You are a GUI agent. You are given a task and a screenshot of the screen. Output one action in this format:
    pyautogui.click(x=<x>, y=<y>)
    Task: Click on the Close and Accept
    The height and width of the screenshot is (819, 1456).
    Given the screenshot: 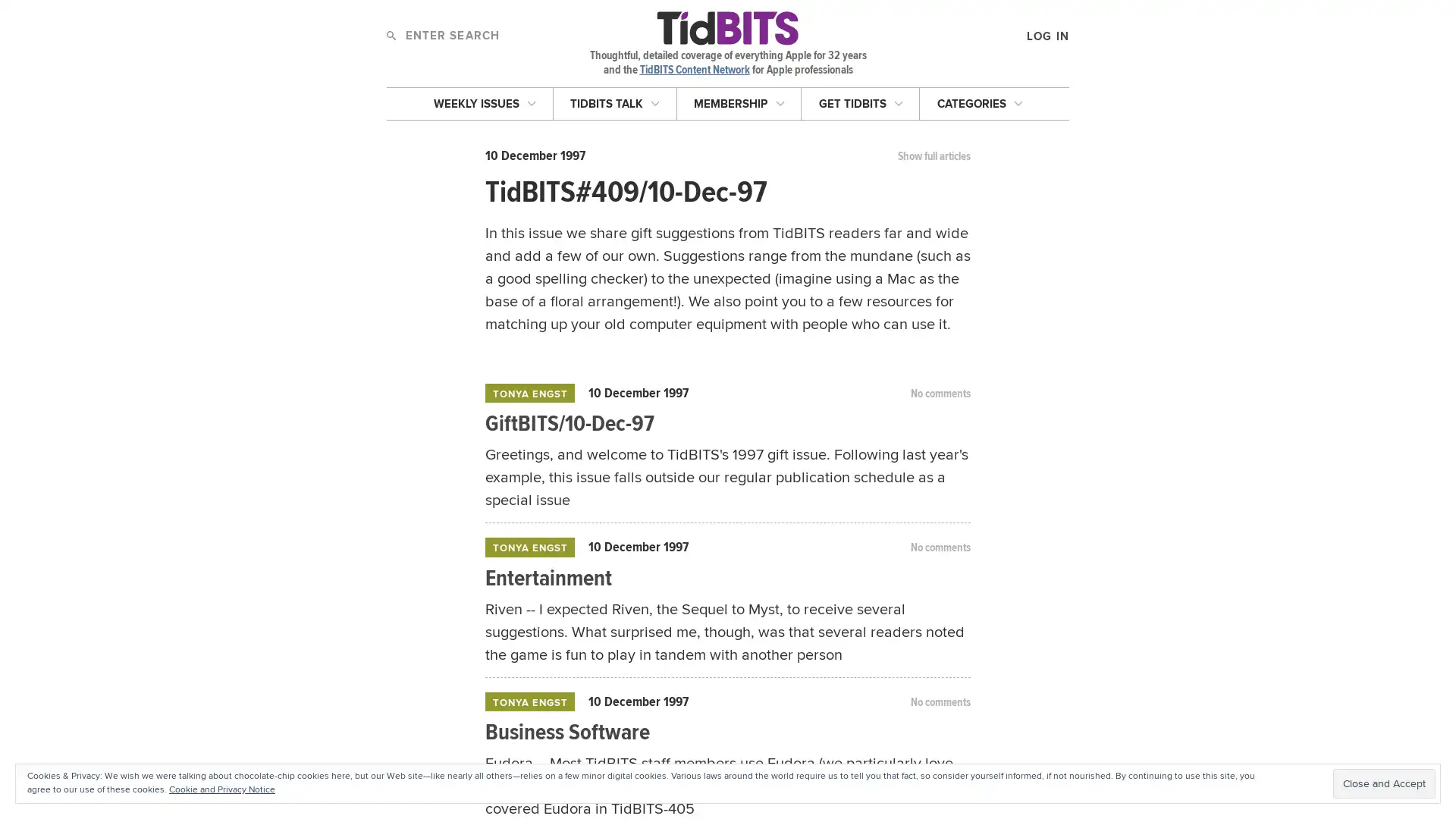 What is the action you would take?
    pyautogui.click(x=1384, y=783)
    